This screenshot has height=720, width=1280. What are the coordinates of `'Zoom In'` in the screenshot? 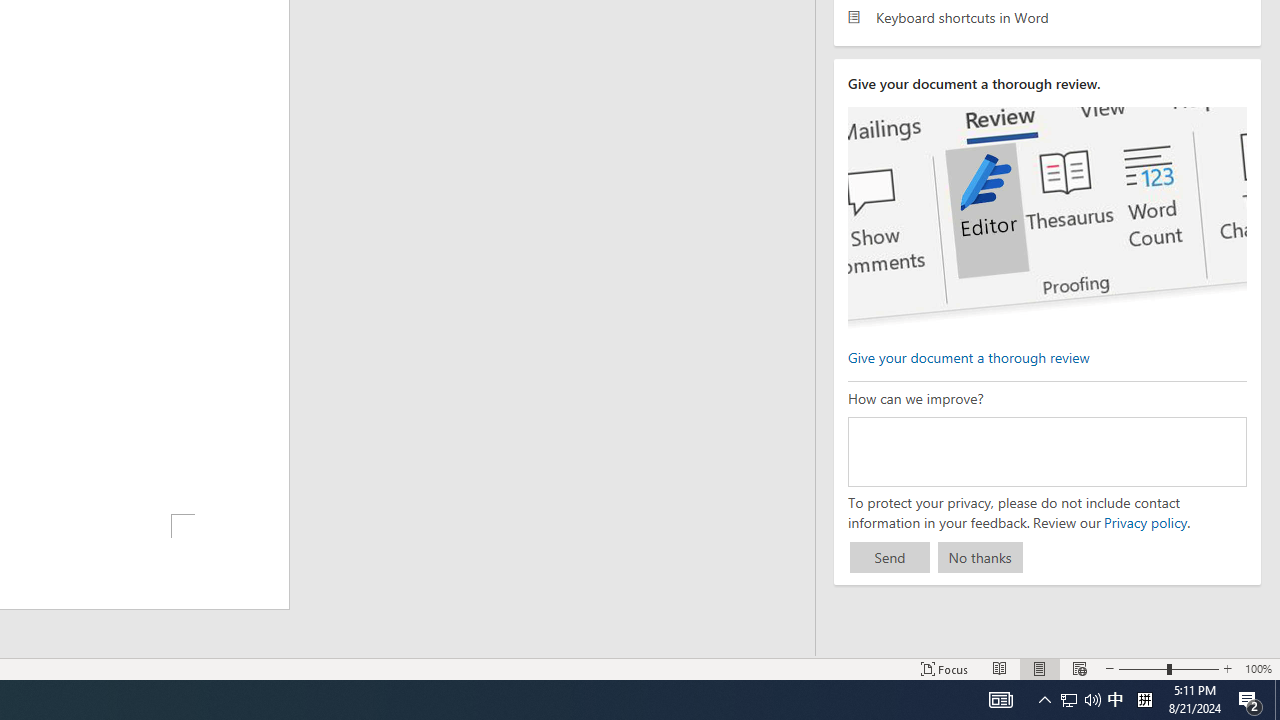 It's located at (1226, 669).